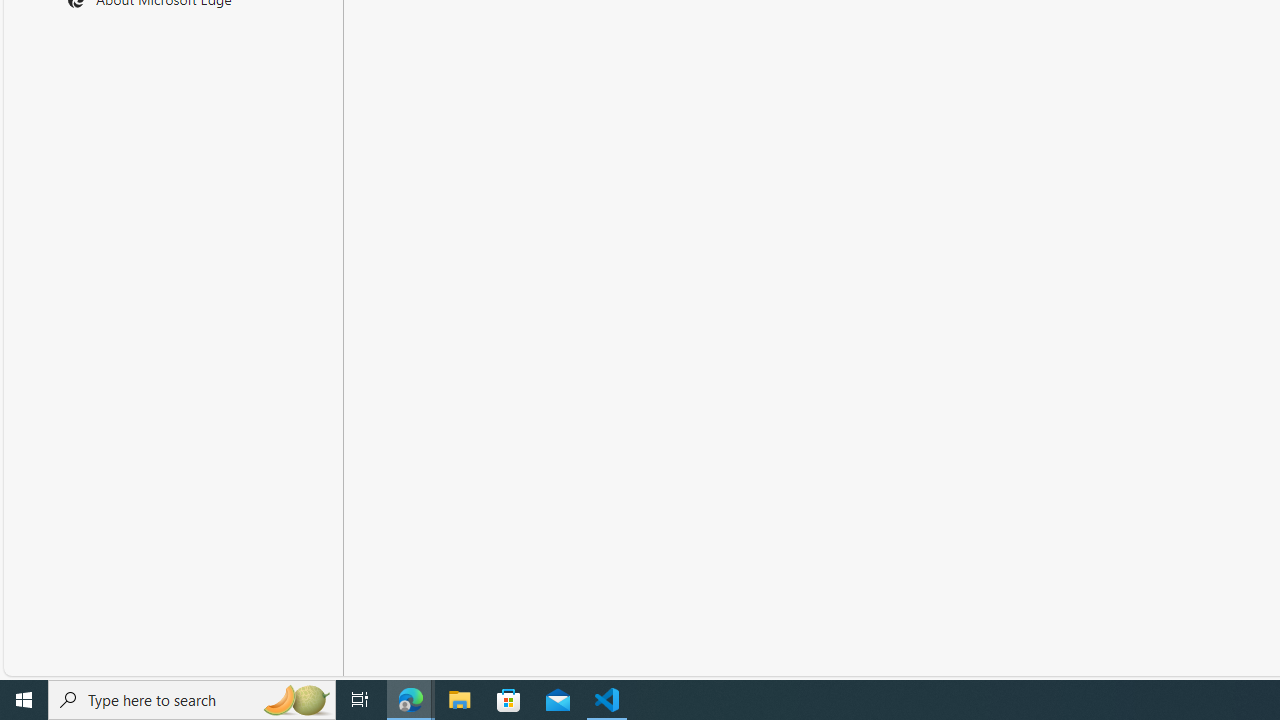 This screenshot has width=1280, height=720. What do you see at coordinates (410, 698) in the screenshot?
I see `'Microsoft Edge - 2 running windows'` at bounding box center [410, 698].